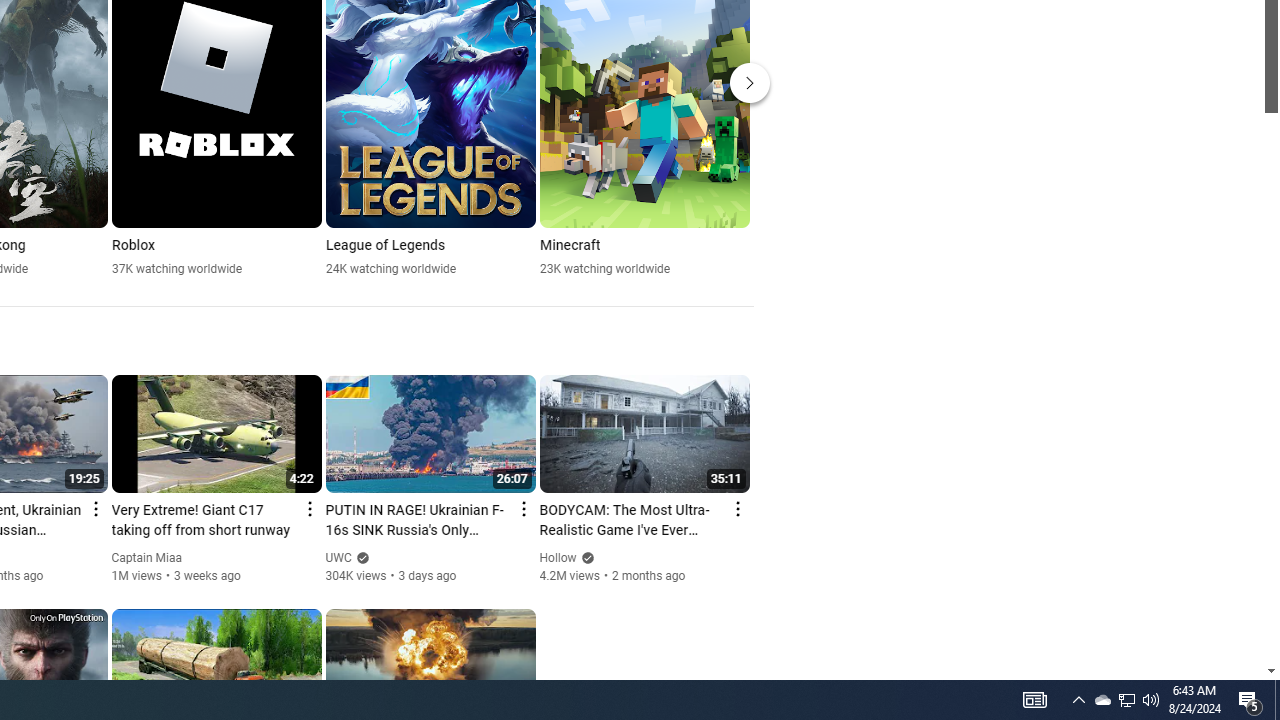  What do you see at coordinates (736, 508) in the screenshot?
I see `'Action menu'` at bounding box center [736, 508].